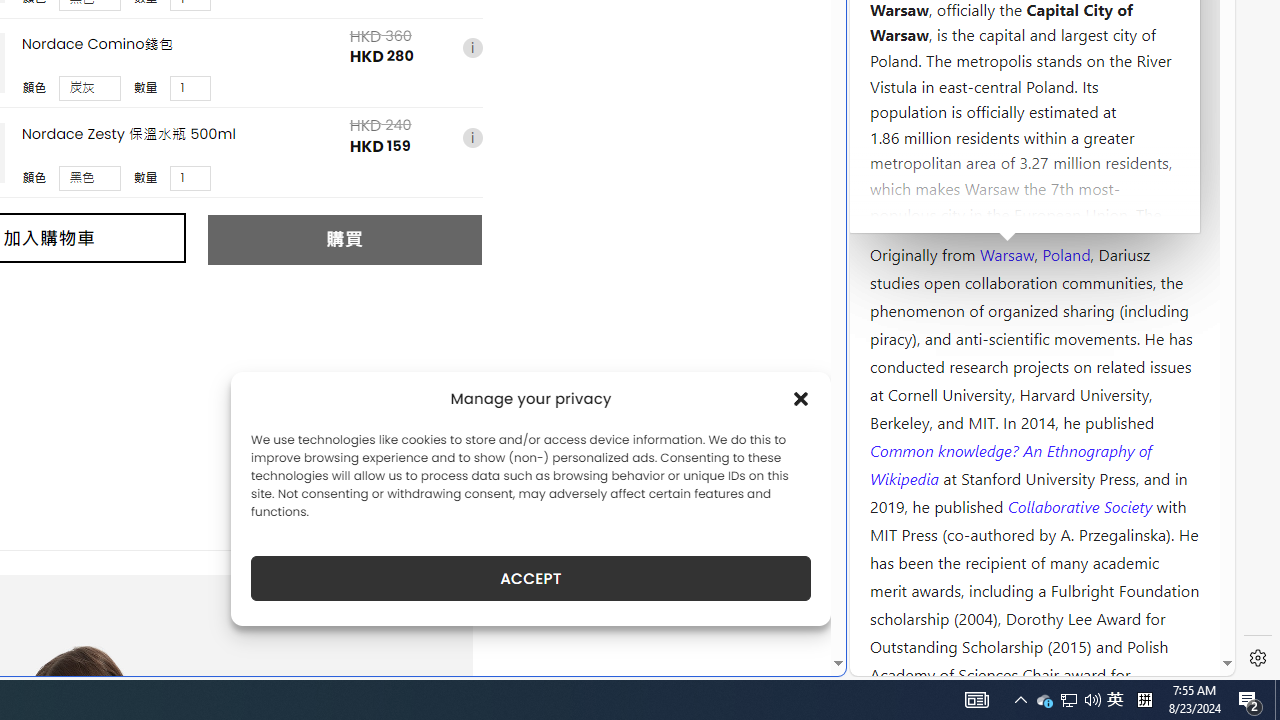 The height and width of the screenshot is (720, 1280). What do you see at coordinates (1006, 252) in the screenshot?
I see `'Warsaw'` at bounding box center [1006, 252].